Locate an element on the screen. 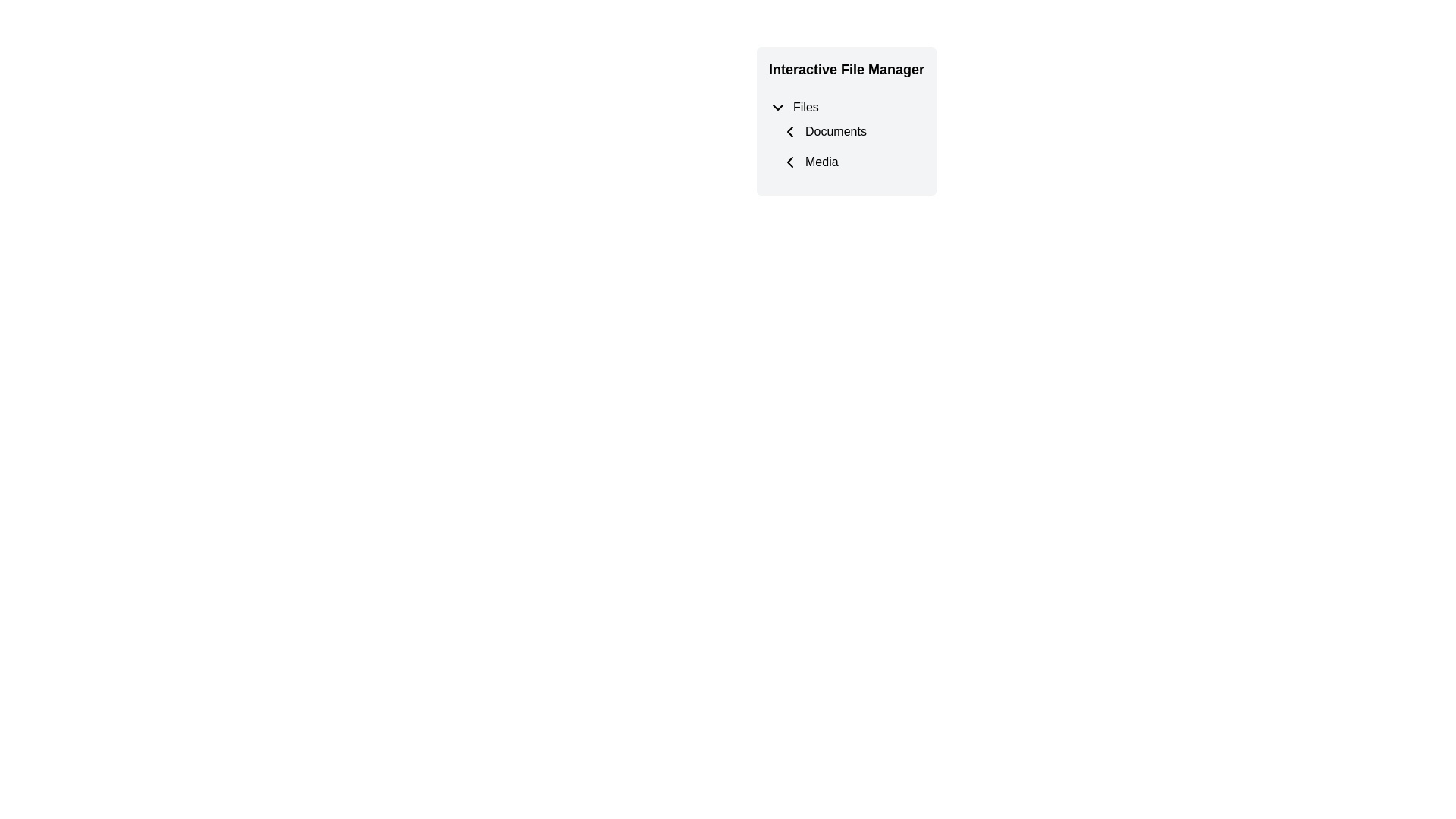  the text label 'Documents' which is part of the expandable menu under 'Interactive File Manager' to interact with it is located at coordinates (846, 137).